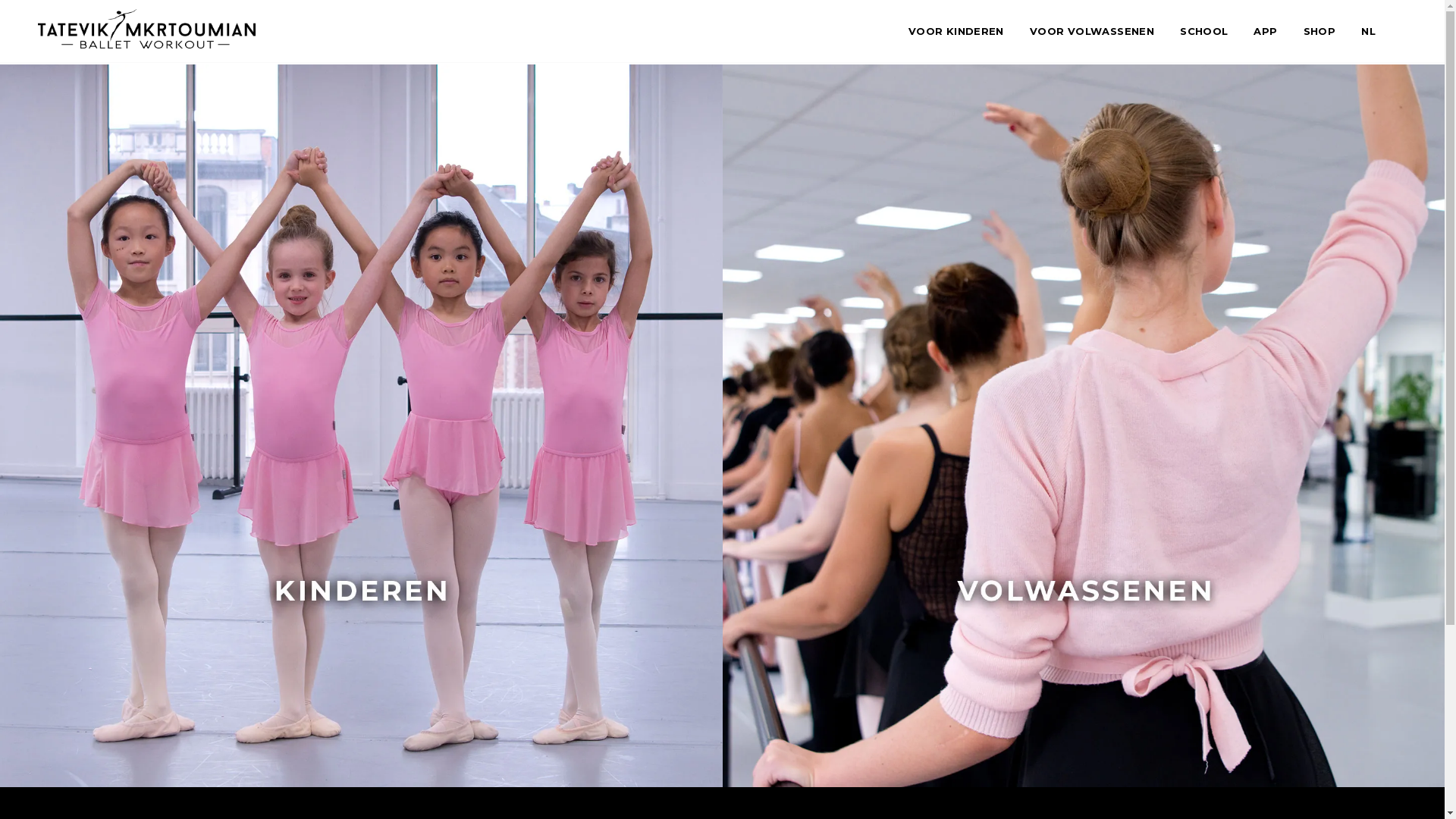  I want to click on 'SCHOOL', so click(1203, 31).